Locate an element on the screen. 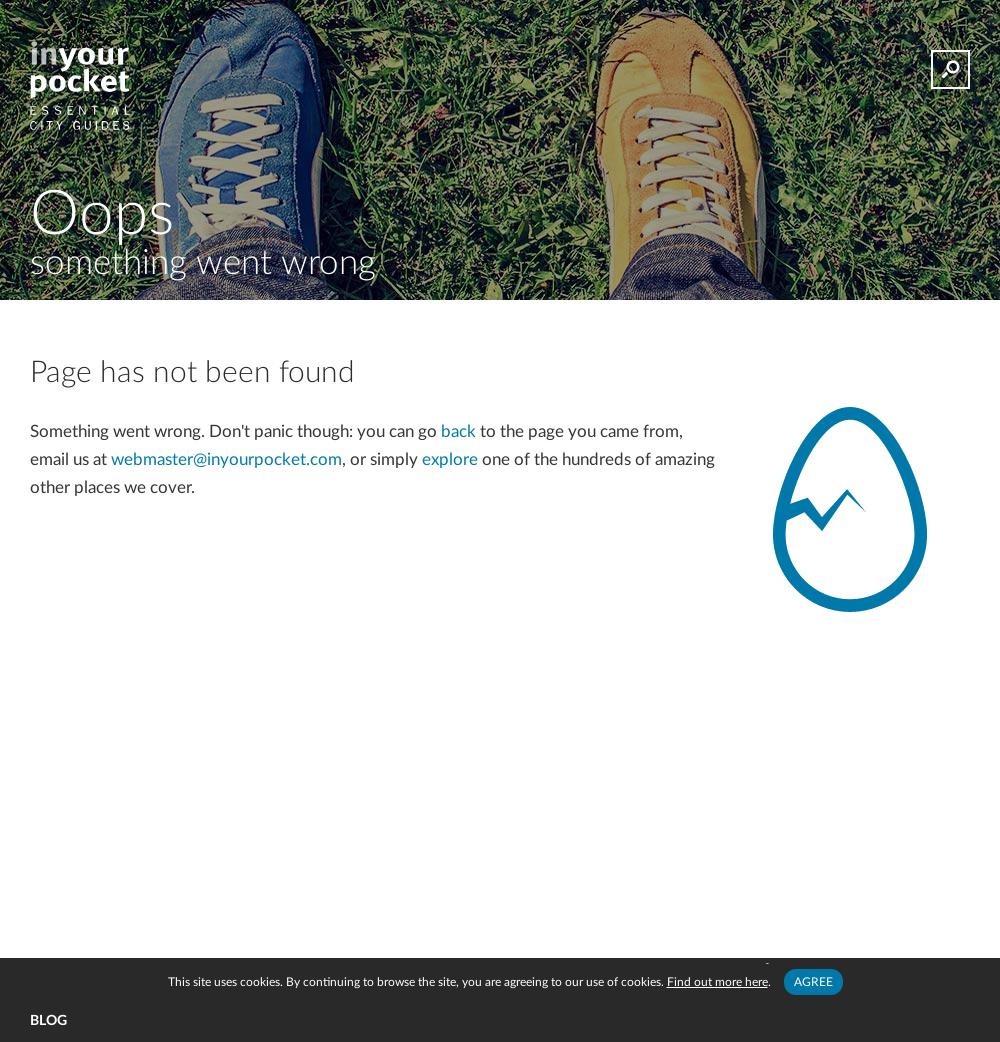 This screenshot has width=1000, height=1042. ',
		      or simply' is located at coordinates (382, 459).